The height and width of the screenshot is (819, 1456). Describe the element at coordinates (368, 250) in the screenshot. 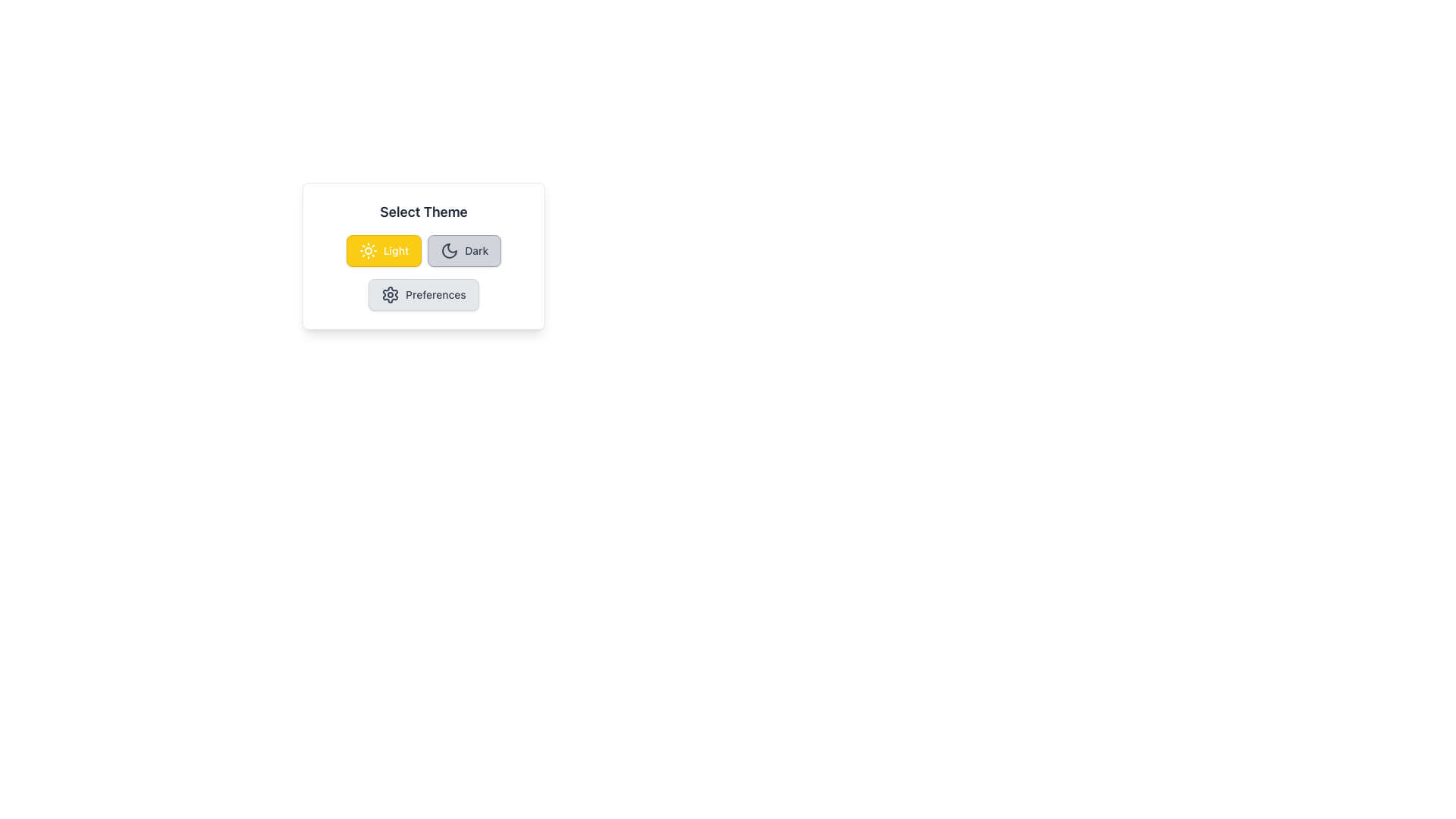

I see `the sun icon within the 'Light' button` at that location.